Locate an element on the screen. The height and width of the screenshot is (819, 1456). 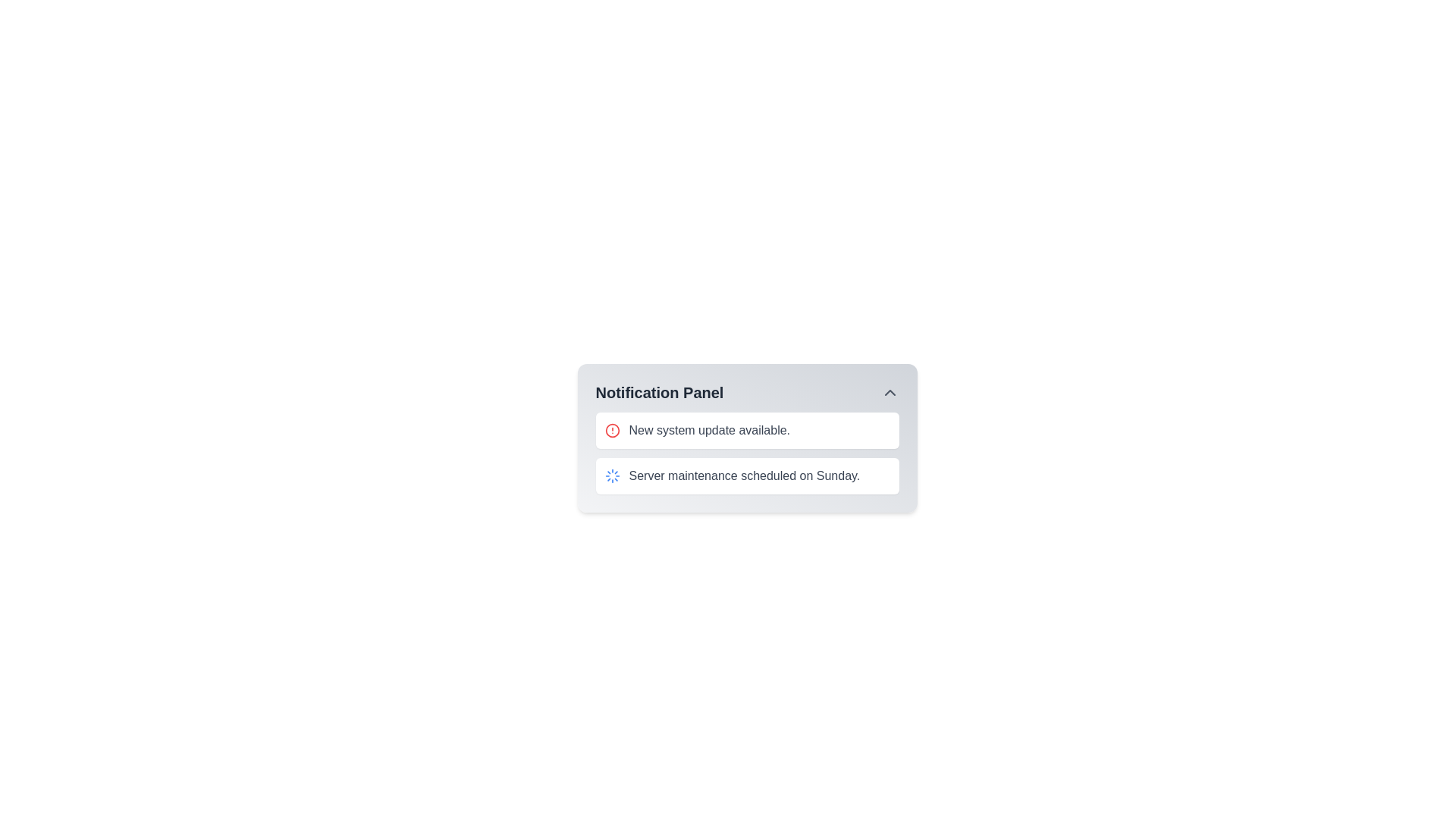
the red circular alert icon located to the left of the text 'New system update available.' in the notification card is located at coordinates (612, 430).